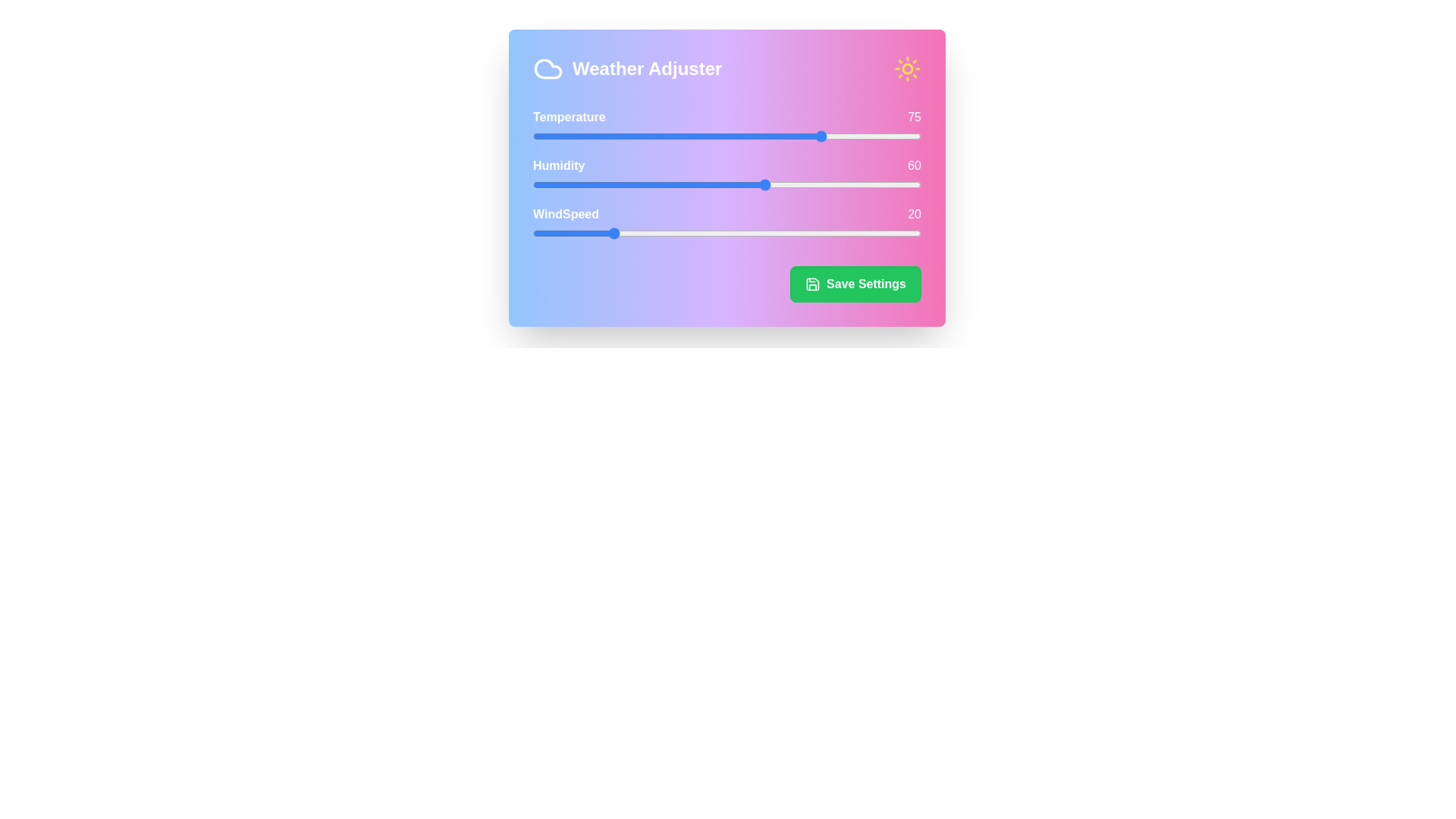 The width and height of the screenshot is (1456, 819). I want to click on the wind speed, so click(602, 234).